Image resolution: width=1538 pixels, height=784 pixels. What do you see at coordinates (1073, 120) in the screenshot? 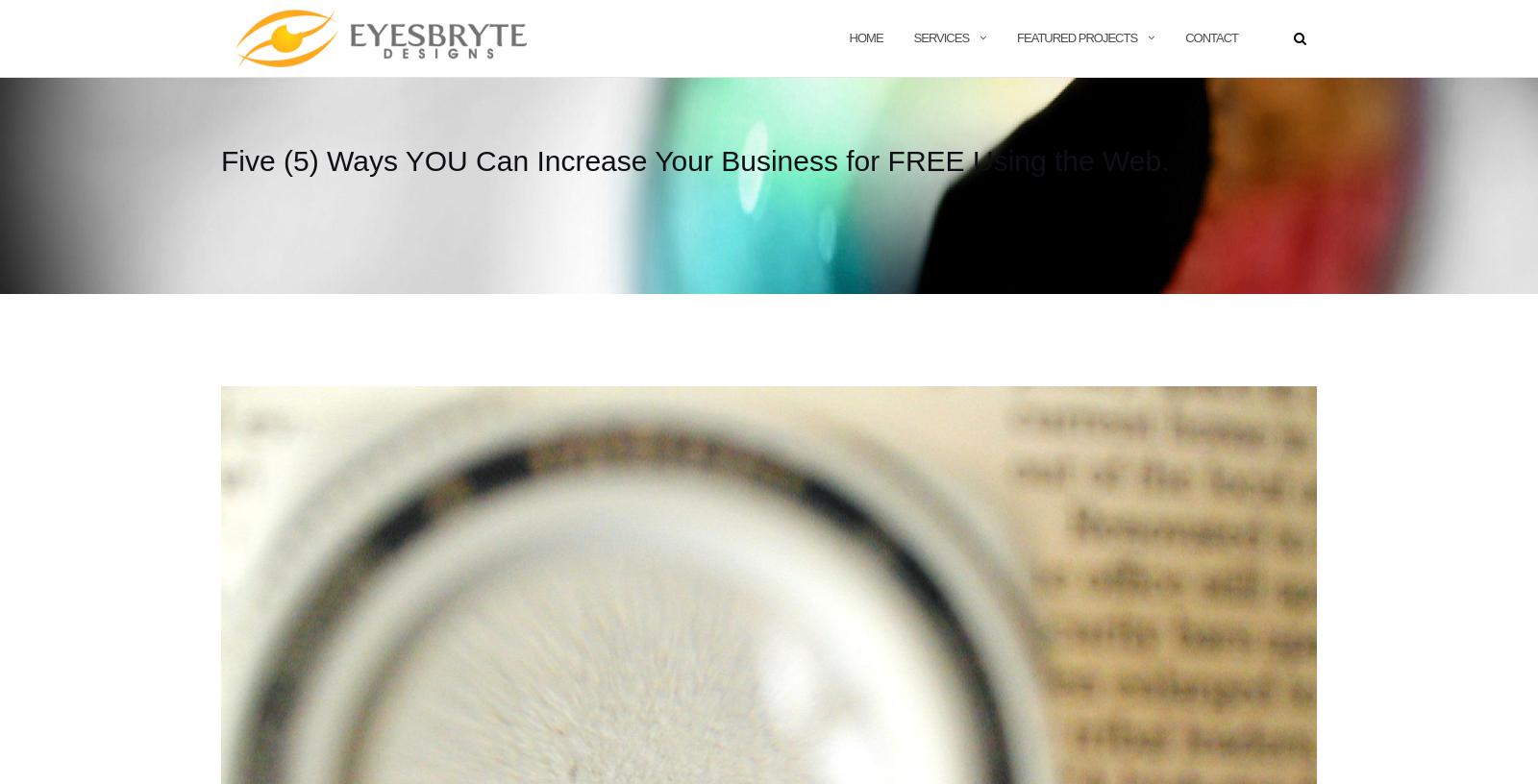
I see `'Logo Design'` at bounding box center [1073, 120].